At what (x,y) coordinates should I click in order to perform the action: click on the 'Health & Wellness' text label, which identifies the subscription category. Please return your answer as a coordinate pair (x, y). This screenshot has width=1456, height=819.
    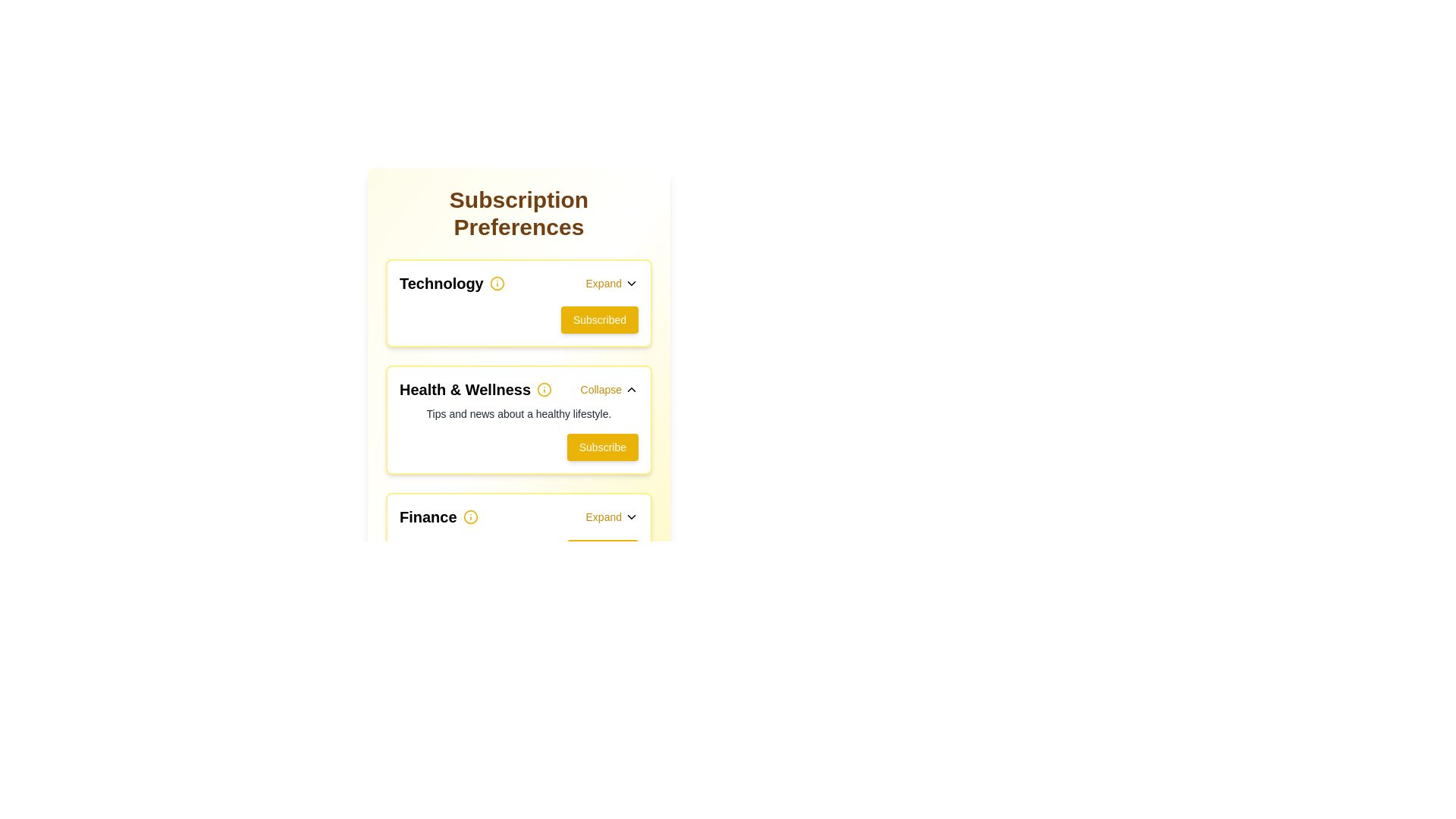
    Looking at the image, I should click on (464, 388).